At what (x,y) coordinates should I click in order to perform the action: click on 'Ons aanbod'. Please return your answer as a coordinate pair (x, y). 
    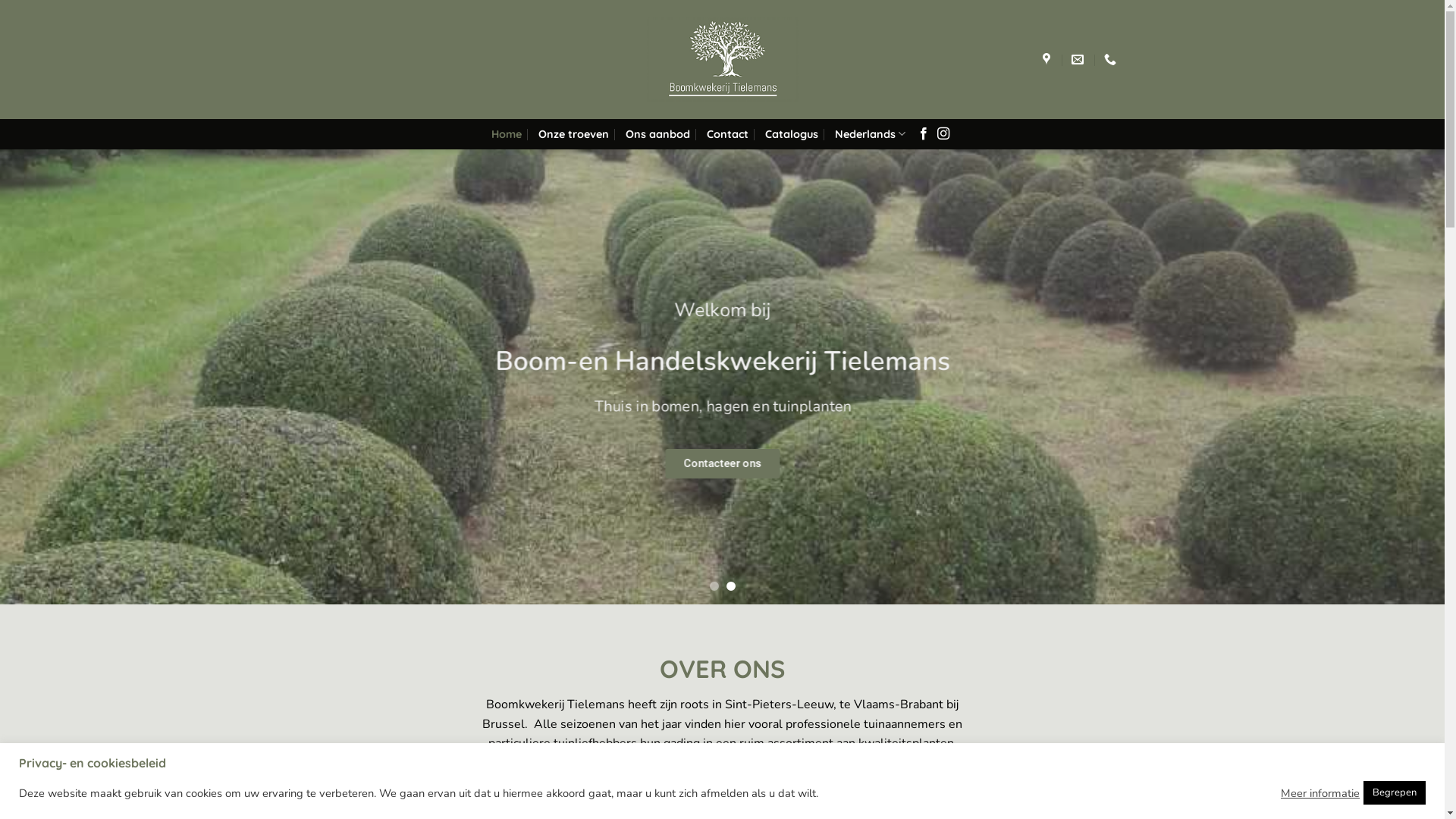
    Looking at the image, I should click on (657, 133).